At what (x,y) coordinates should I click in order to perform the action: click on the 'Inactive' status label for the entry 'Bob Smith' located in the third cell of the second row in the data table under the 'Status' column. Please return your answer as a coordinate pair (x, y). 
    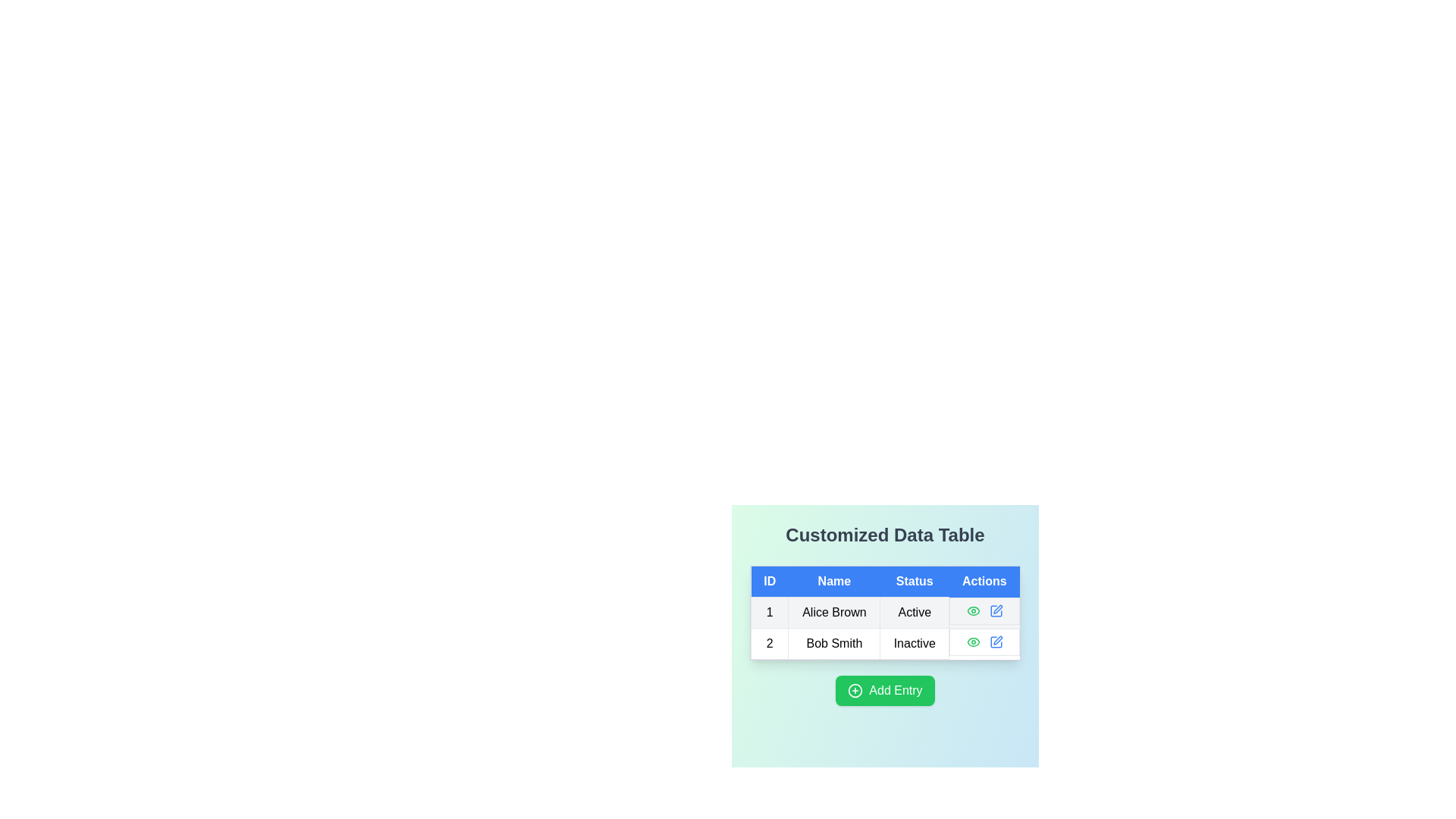
    Looking at the image, I should click on (914, 643).